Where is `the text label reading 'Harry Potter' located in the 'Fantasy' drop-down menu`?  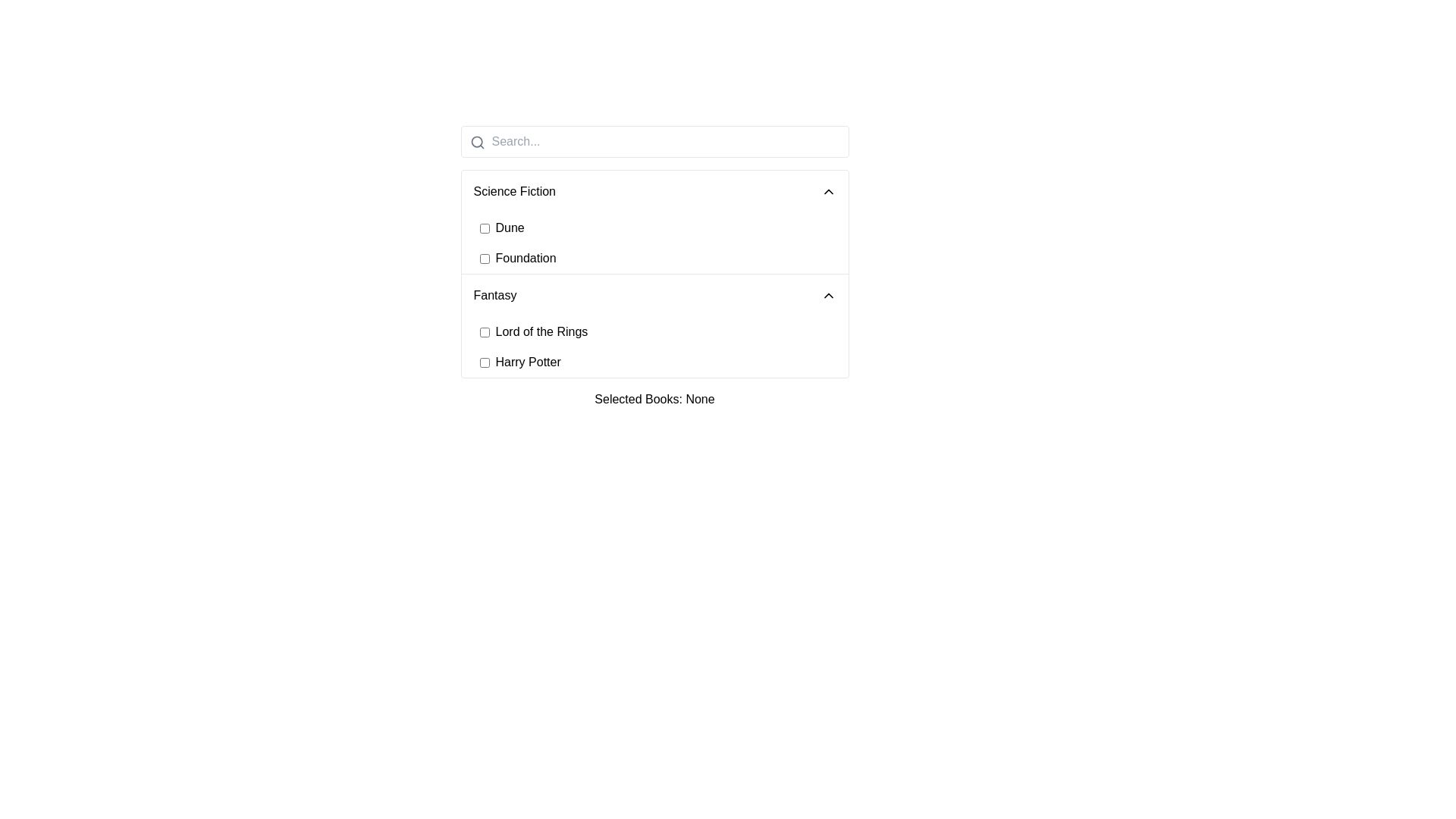 the text label reading 'Harry Potter' located in the 'Fantasy' drop-down menu is located at coordinates (528, 362).